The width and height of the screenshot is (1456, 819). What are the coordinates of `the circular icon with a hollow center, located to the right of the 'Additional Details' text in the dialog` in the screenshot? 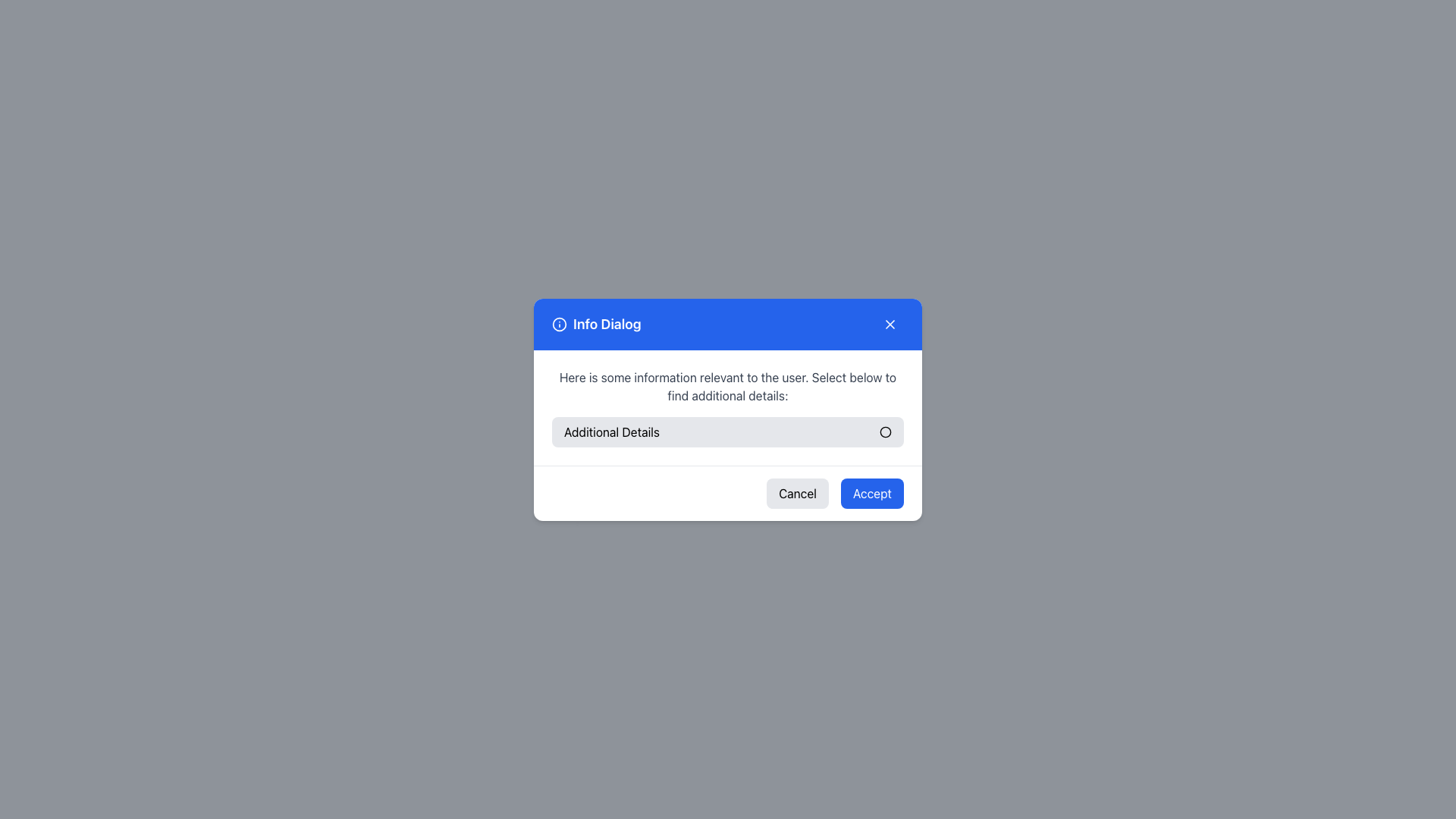 It's located at (885, 431).